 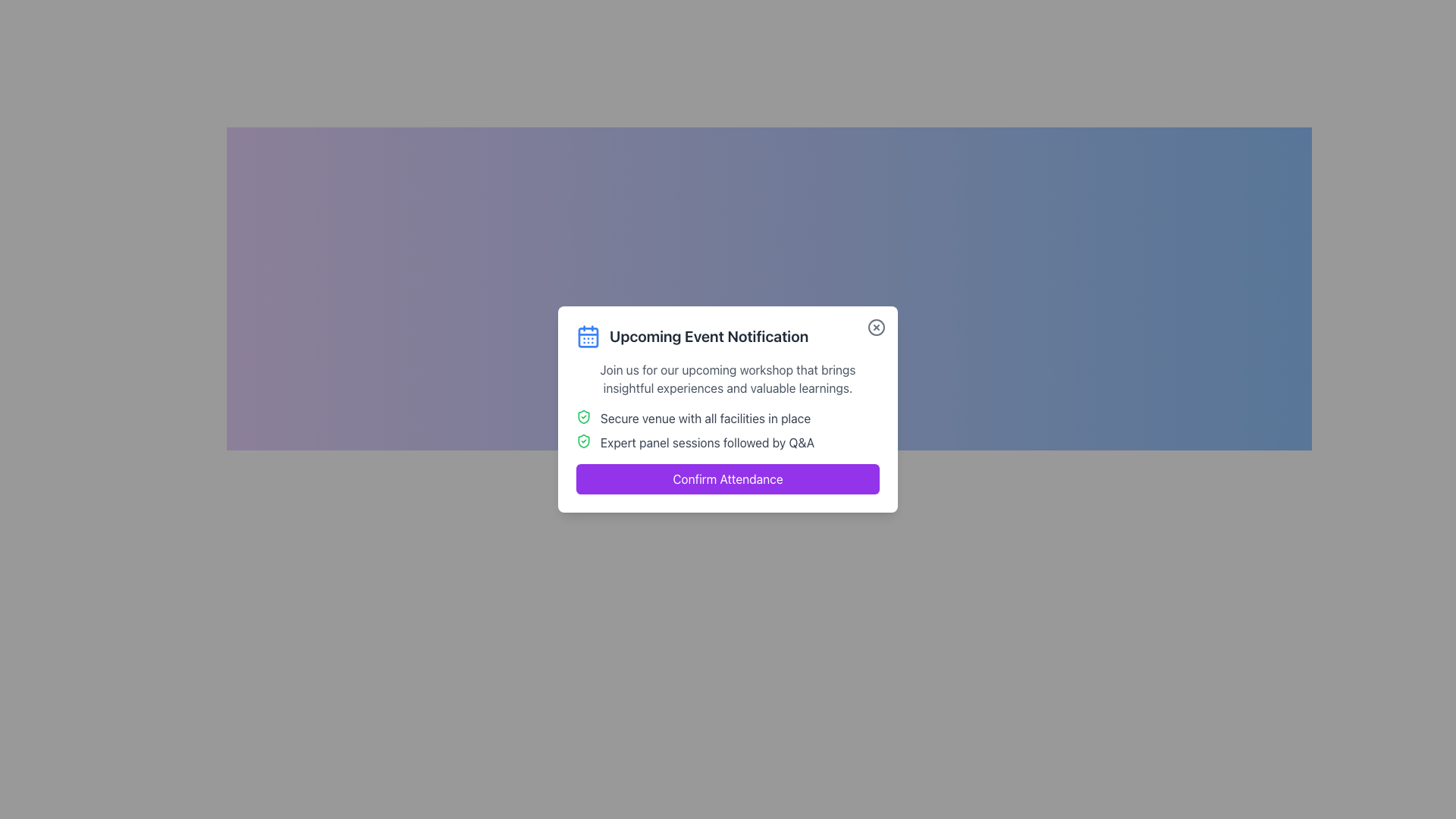 What do you see at coordinates (728, 479) in the screenshot?
I see `the confirmation button located at the bottom of the modal panel to confirm attendance for the event` at bounding box center [728, 479].